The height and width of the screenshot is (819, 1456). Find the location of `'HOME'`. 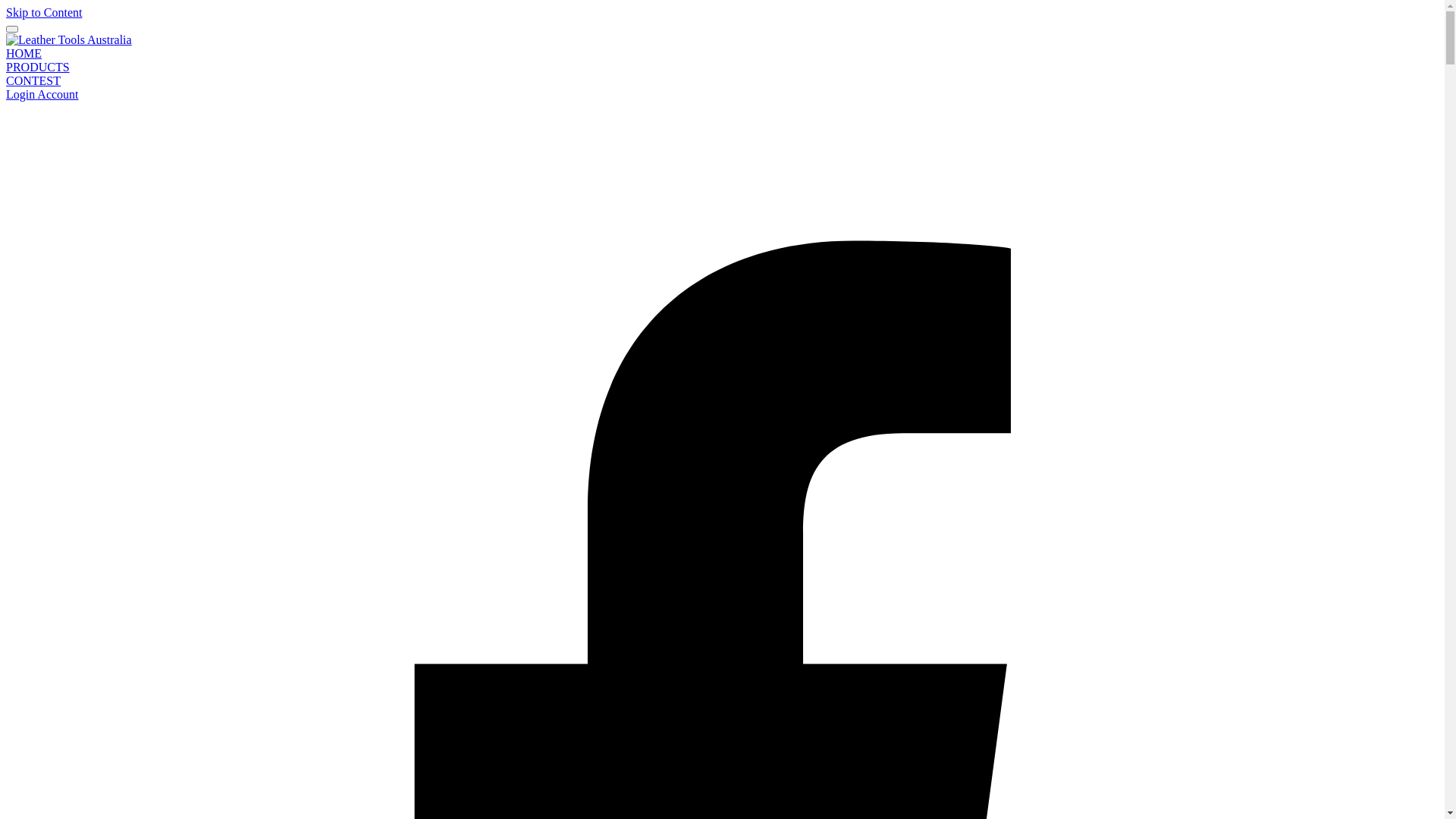

'HOME' is located at coordinates (24, 52).